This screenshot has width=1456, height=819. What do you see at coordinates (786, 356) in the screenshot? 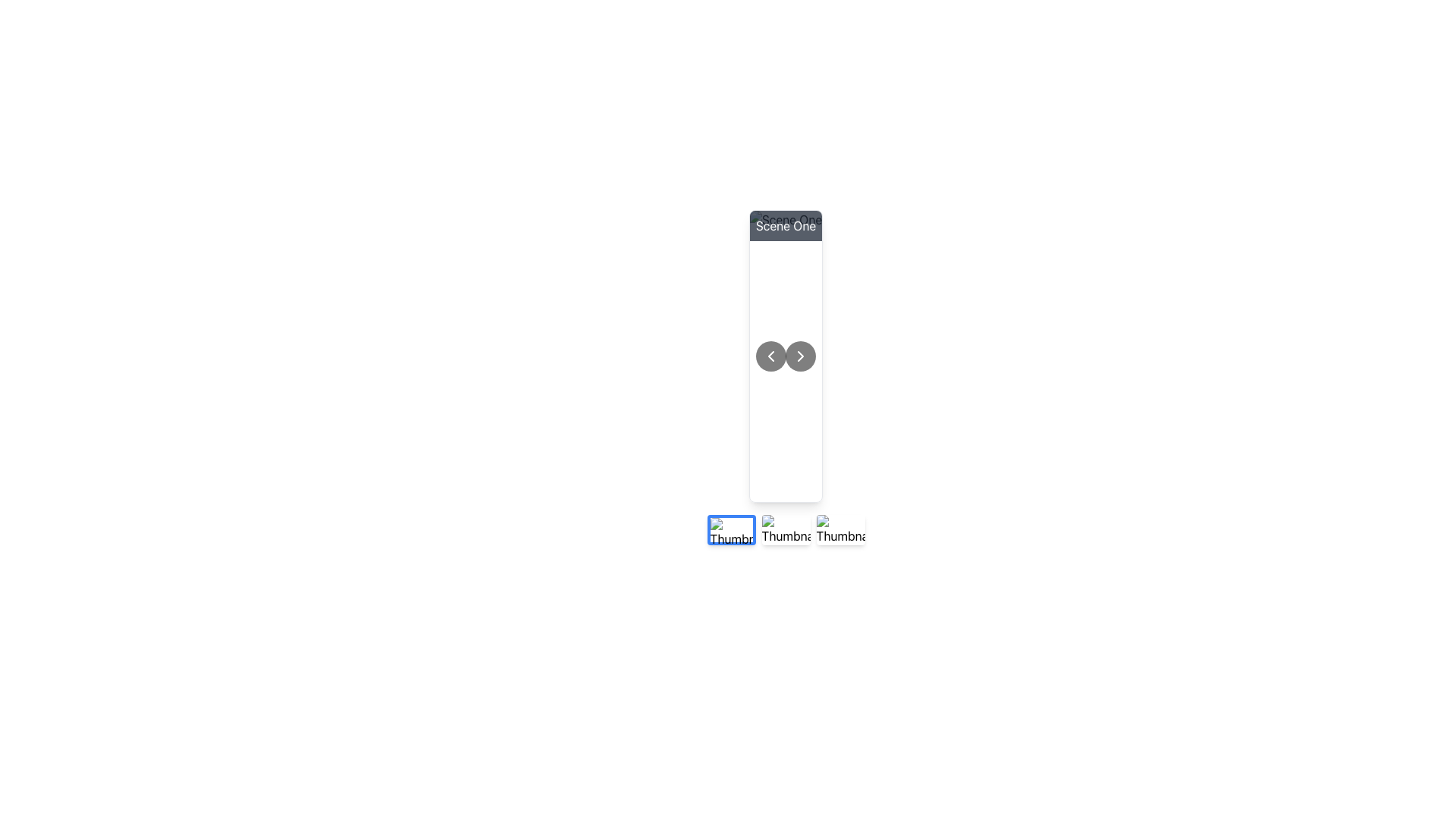
I see `another scene by clicking on the right navigation button of the 'Scene One' card, which features circular buttons with chevrons in the center` at bounding box center [786, 356].